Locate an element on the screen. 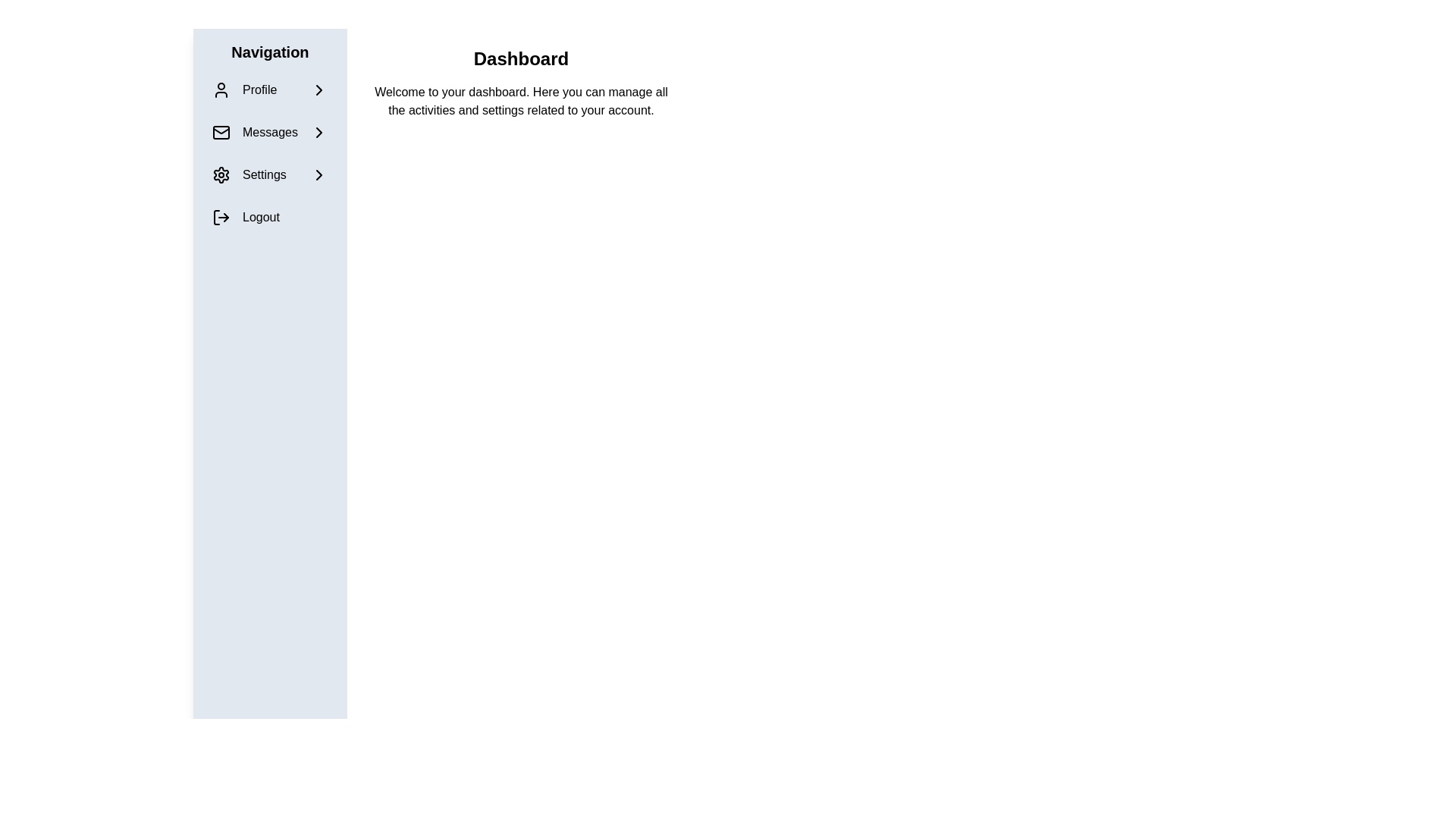 The image size is (1456, 819). the right-pointing black chevron icon located at the far-right end of the 'Profile' row in the navigation sidebar is located at coordinates (318, 90).